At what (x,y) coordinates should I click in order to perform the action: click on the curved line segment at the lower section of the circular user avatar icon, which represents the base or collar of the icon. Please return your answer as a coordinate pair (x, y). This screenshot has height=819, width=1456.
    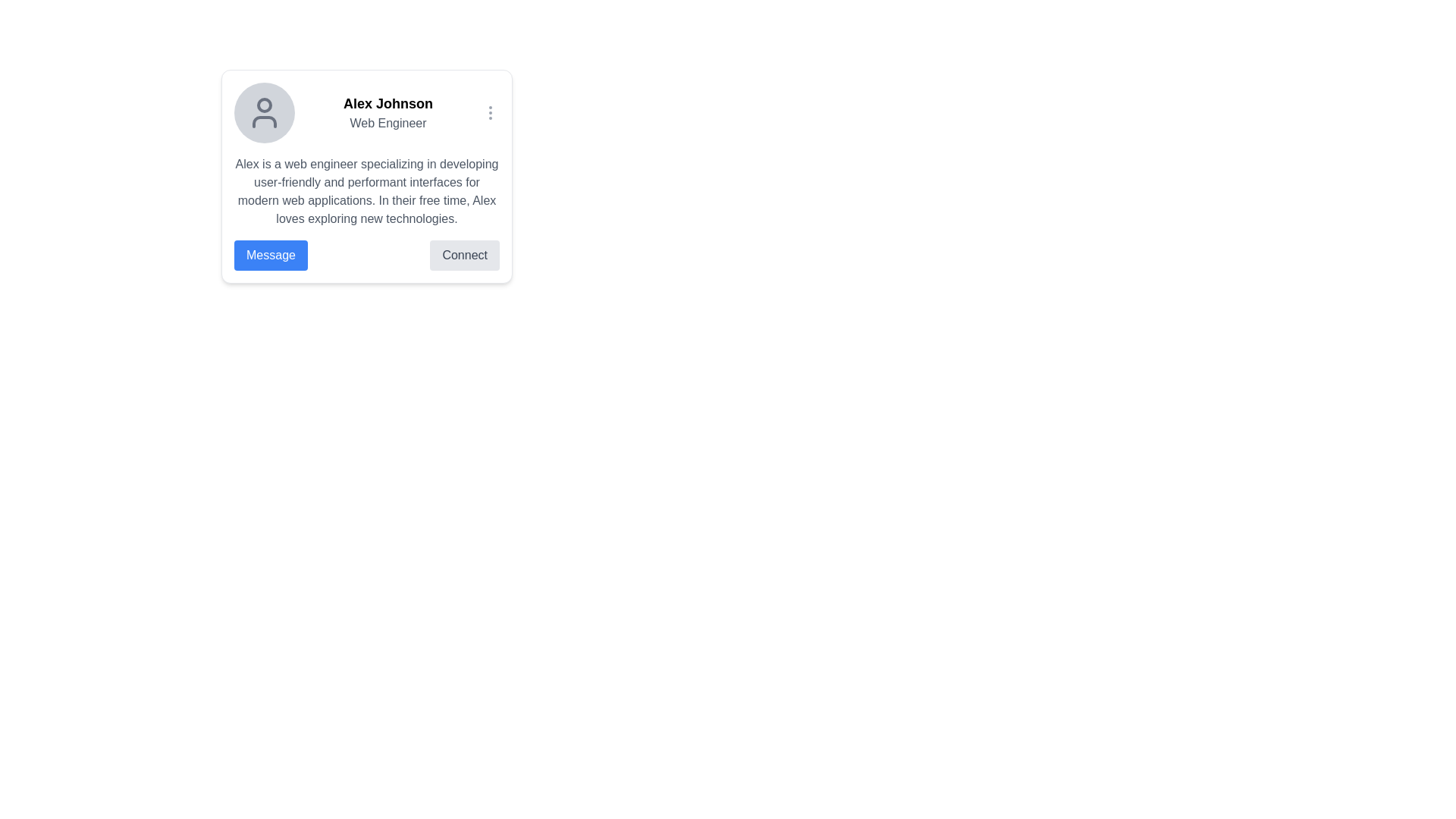
    Looking at the image, I should click on (265, 121).